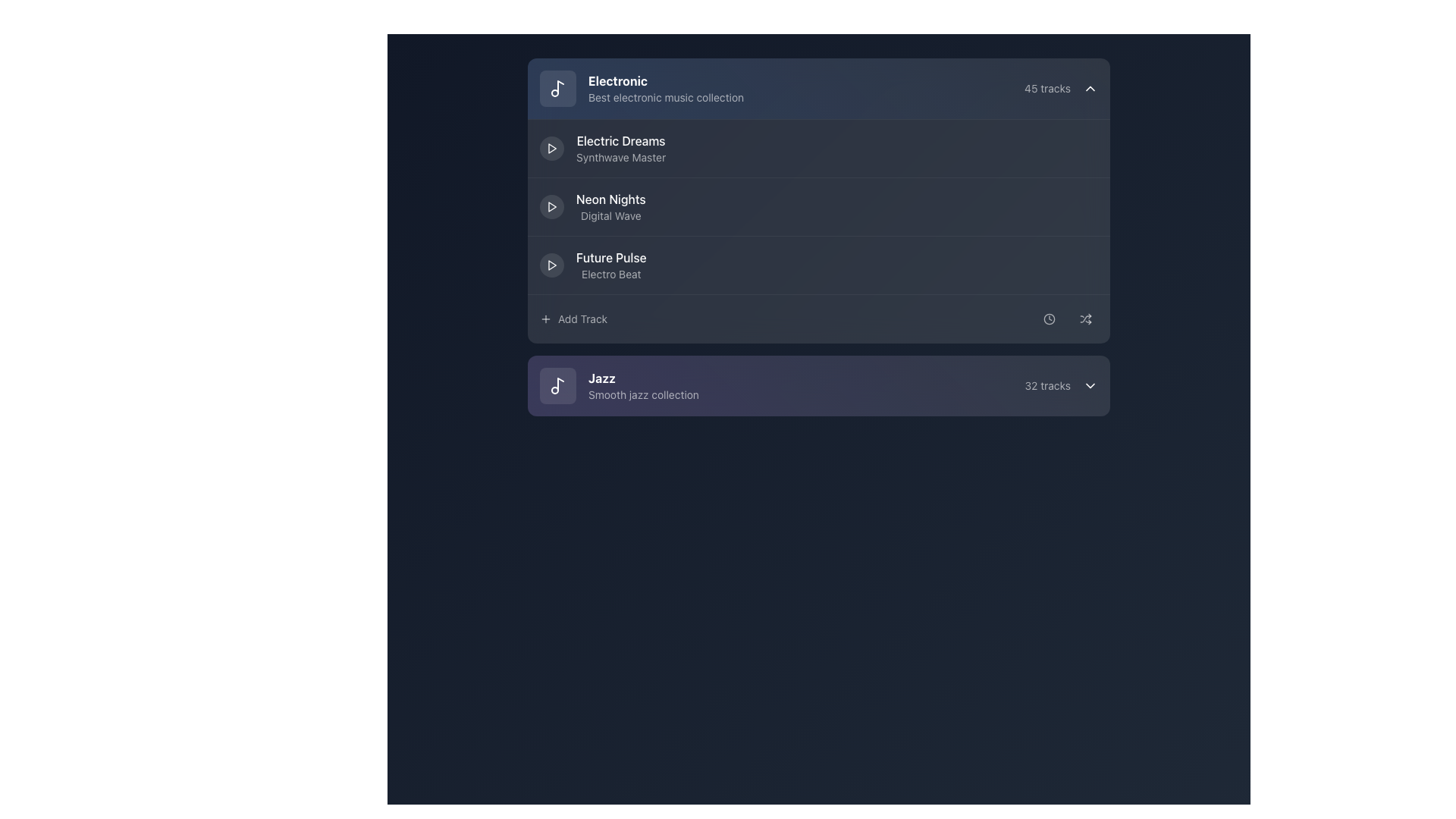 Image resolution: width=1456 pixels, height=819 pixels. I want to click on the context menu activator button located at the far right of the 'Neon Nights' playlist row, so click(1084, 207).